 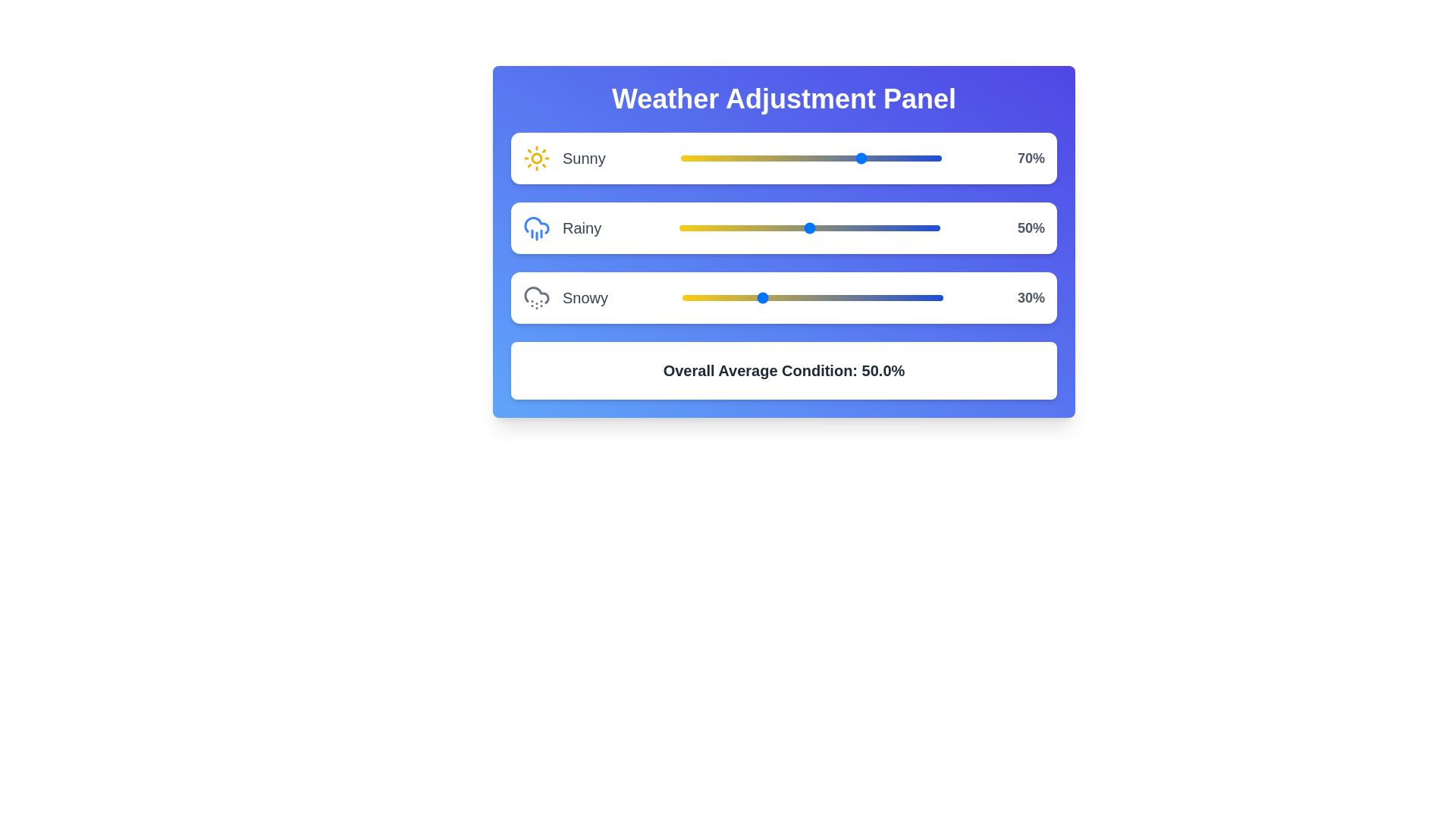 I want to click on the value of the slider, so click(x=779, y=298).